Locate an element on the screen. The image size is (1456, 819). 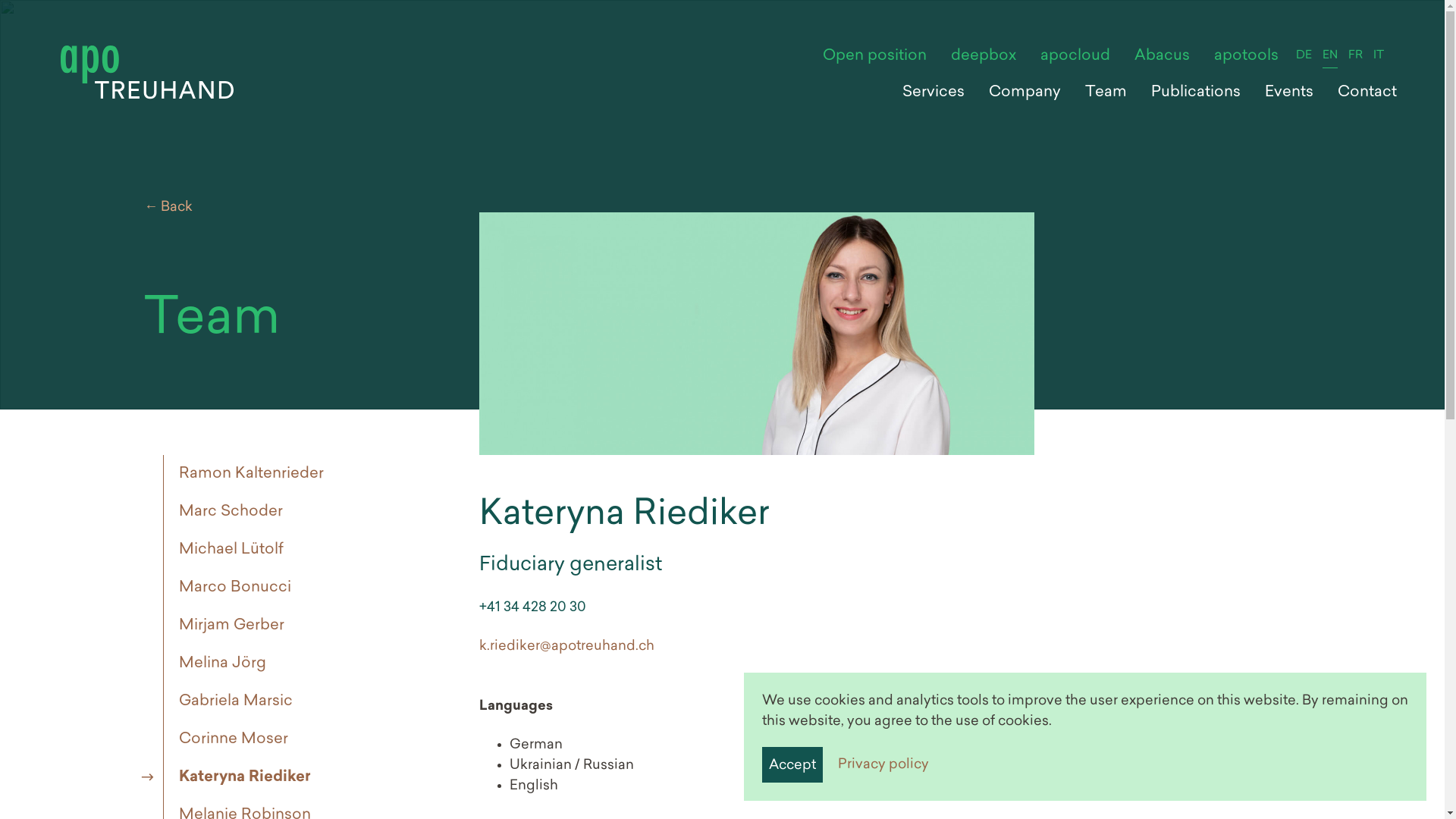
'apocloud' is located at coordinates (1074, 55).